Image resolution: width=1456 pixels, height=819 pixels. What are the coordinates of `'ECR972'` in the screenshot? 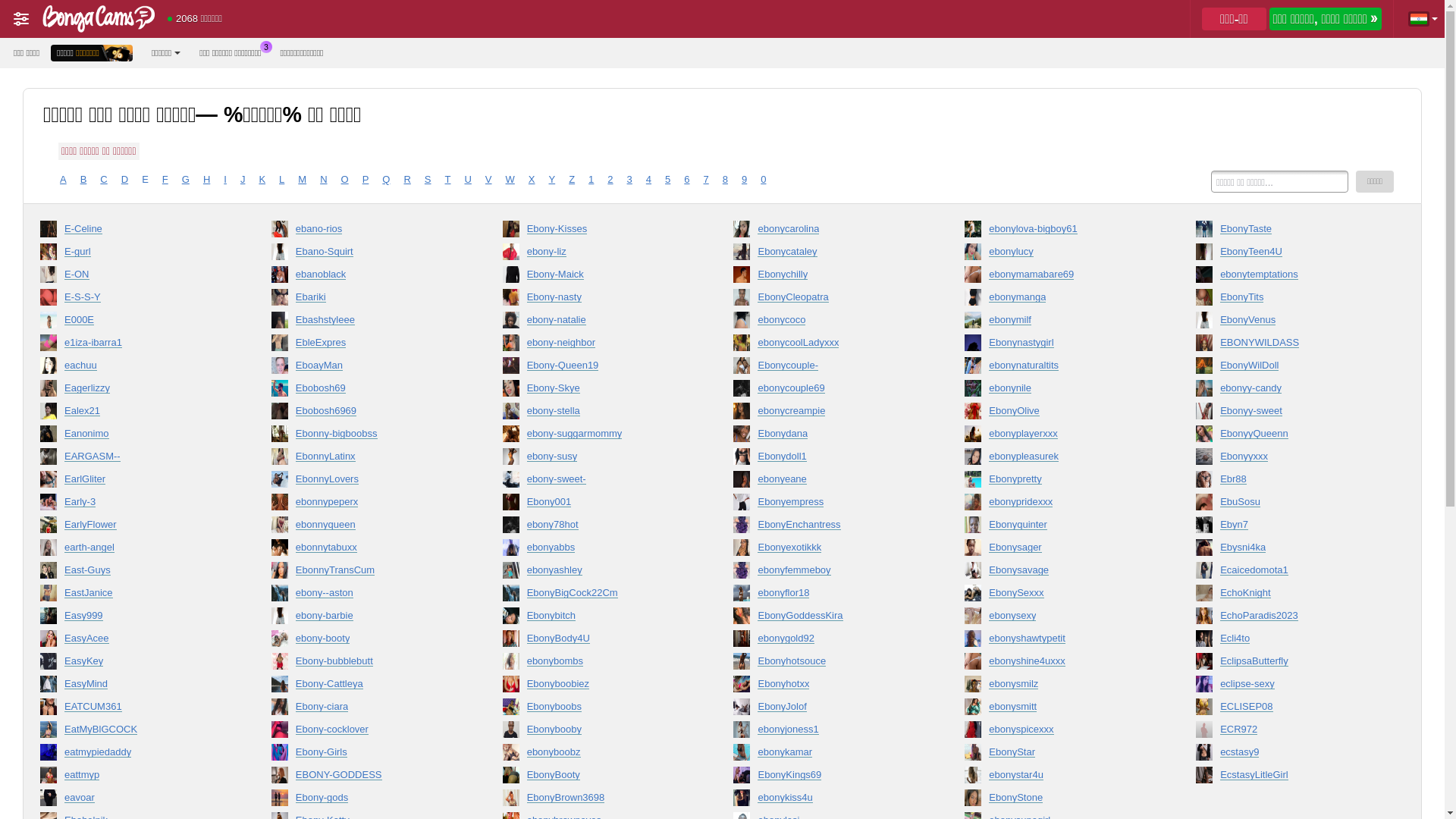 It's located at (1195, 731).